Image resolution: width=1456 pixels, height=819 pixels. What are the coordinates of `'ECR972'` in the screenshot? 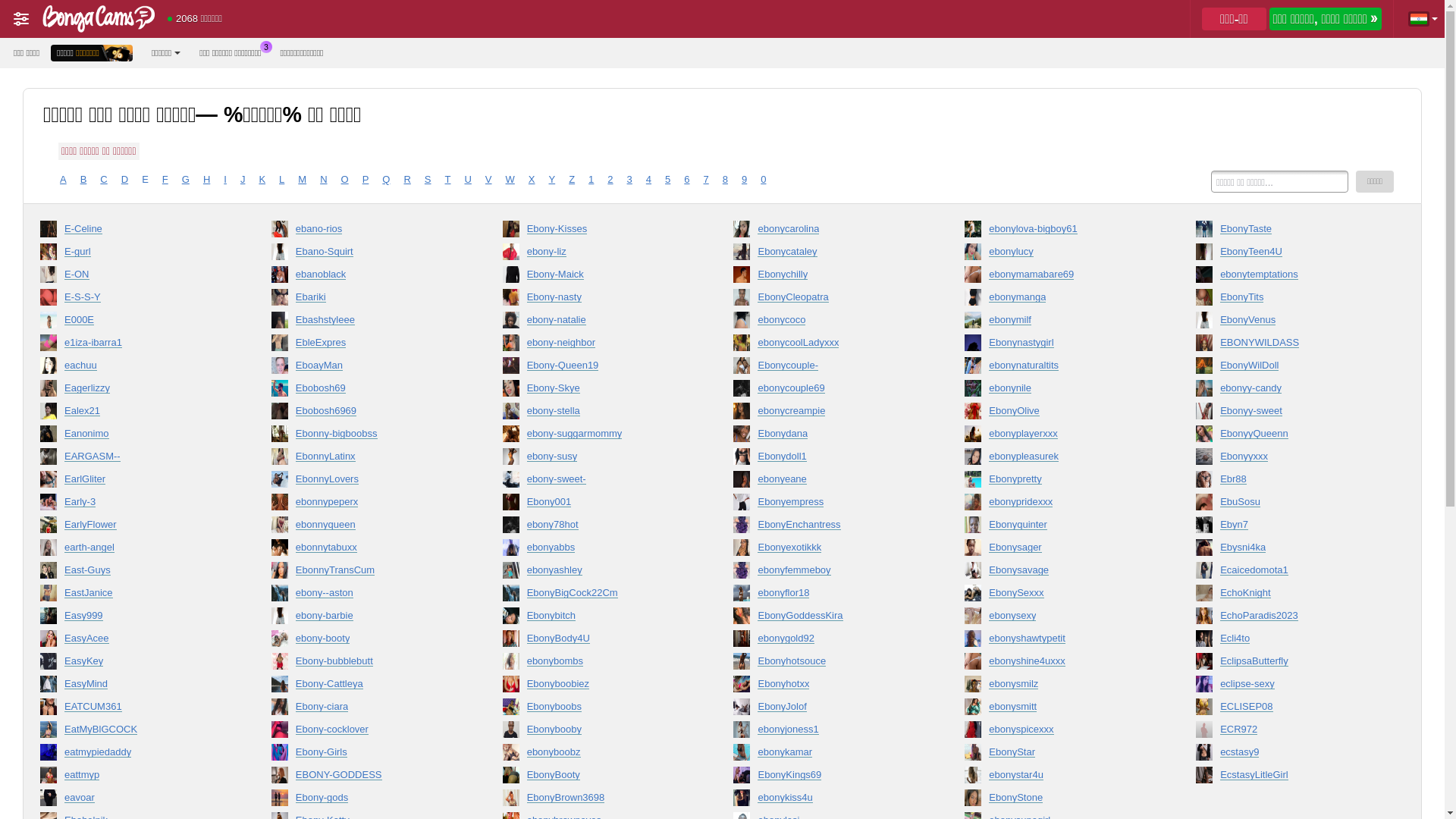 It's located at (1195, 731).